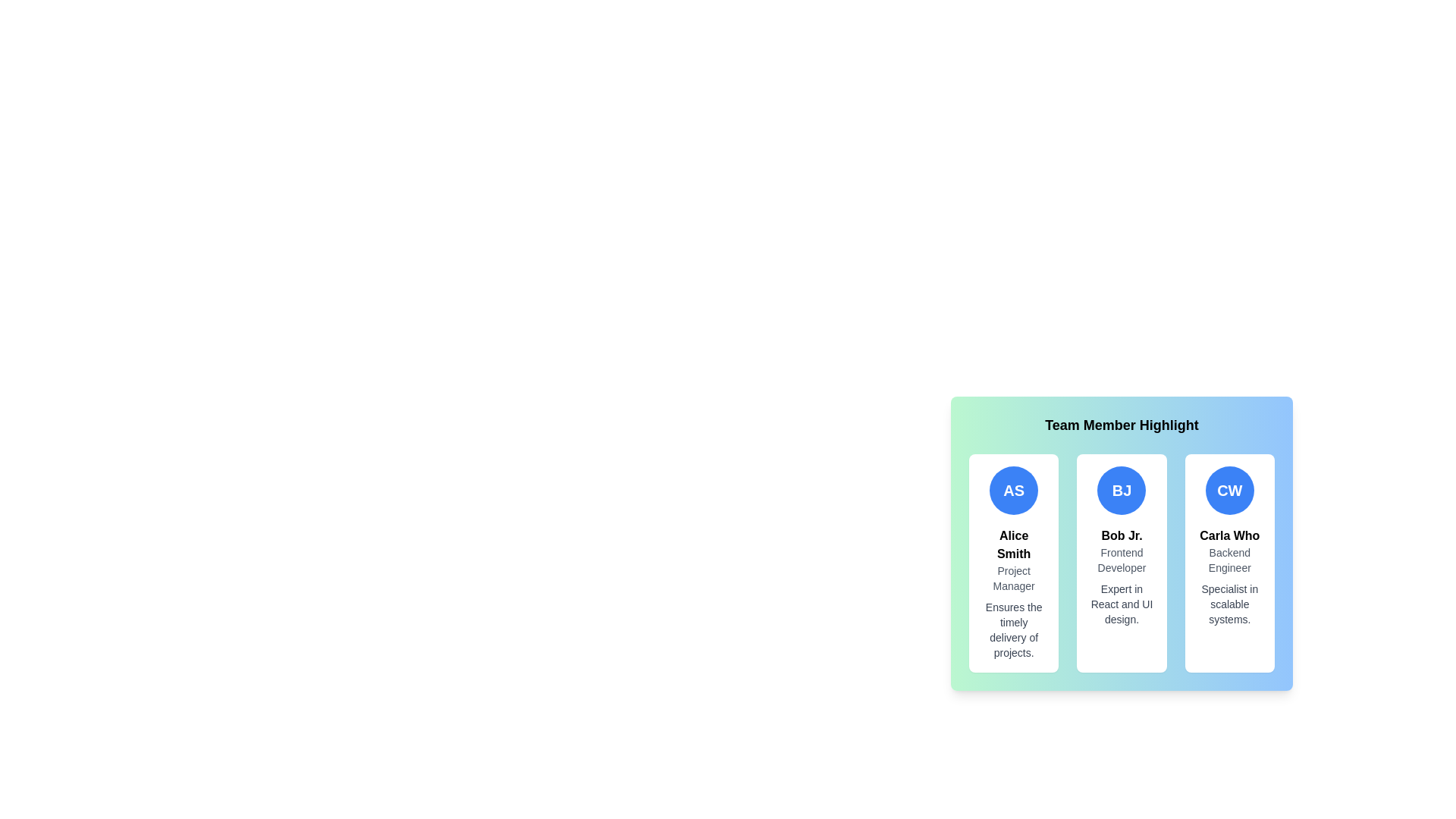  Describe the element at coordinates (1014, 491) in the screenshot. I see `the circular avatar icon with a blue background and white text displaying 'AS' at the top of the leftmost card` at that location.